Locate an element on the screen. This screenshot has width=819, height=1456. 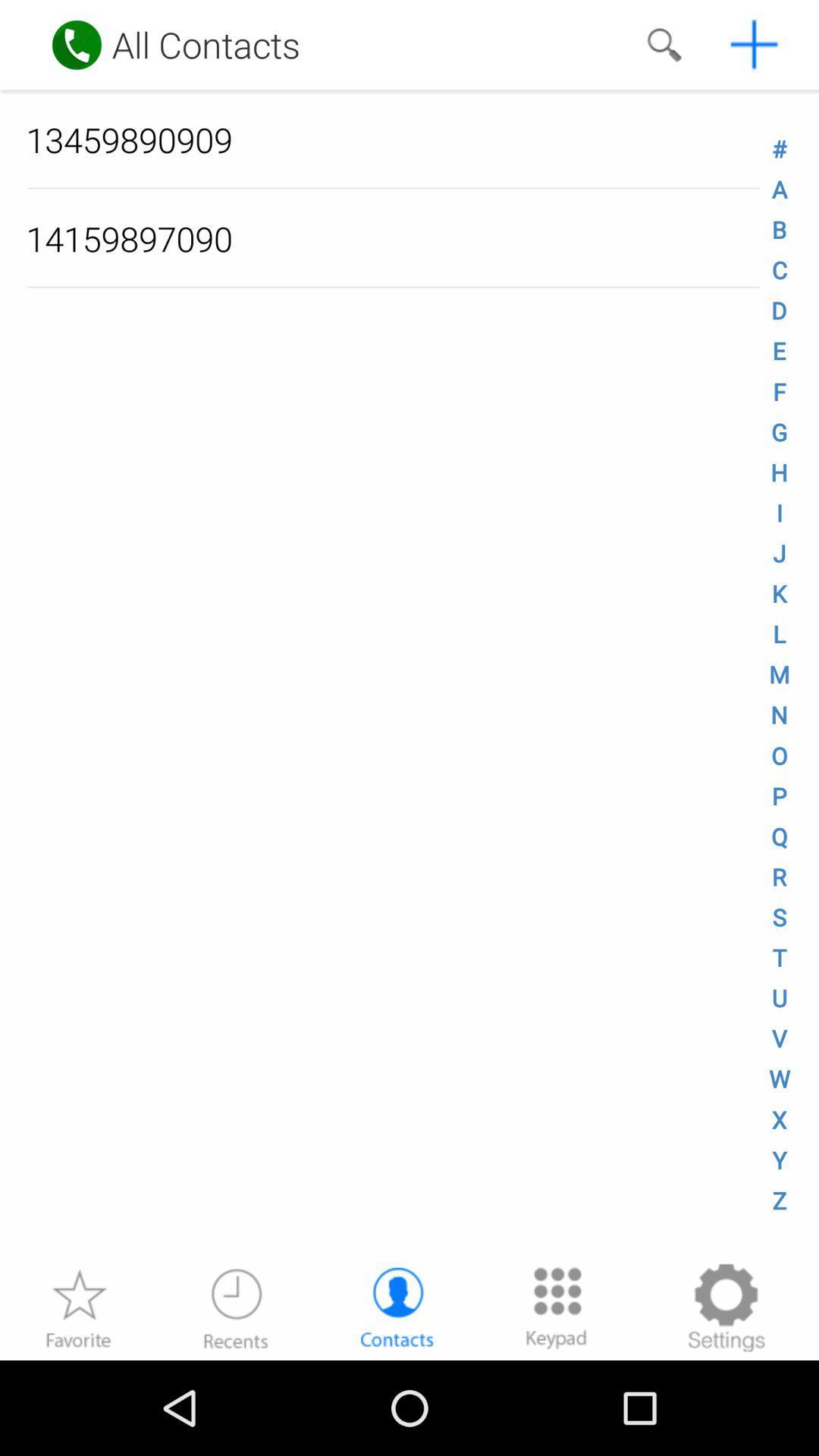
the settings icon is located at coordinates (725, 1398).